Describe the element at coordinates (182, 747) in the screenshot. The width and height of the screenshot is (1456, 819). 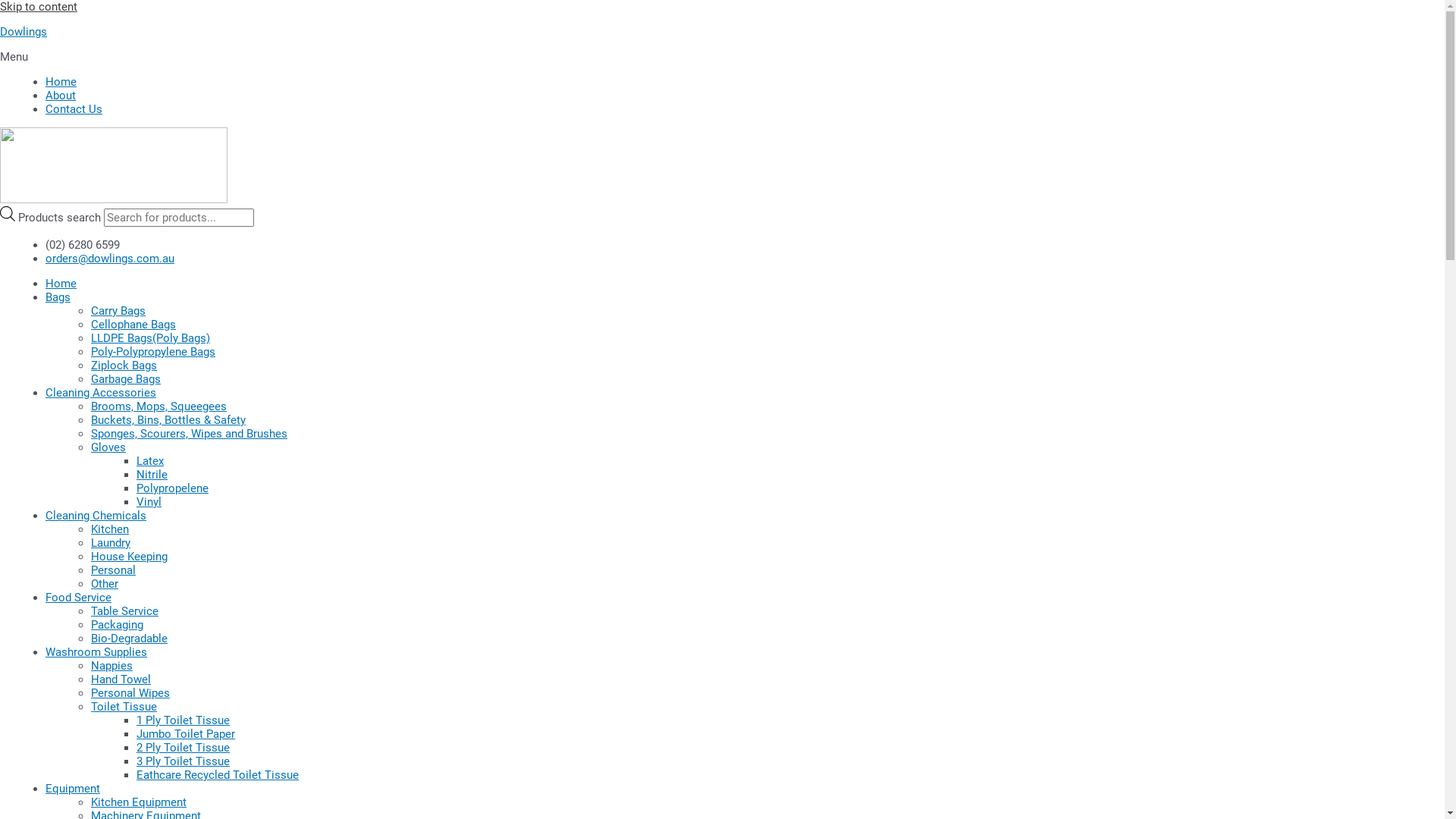
I see `'2 Ply Toilet Tissue'` at that location.